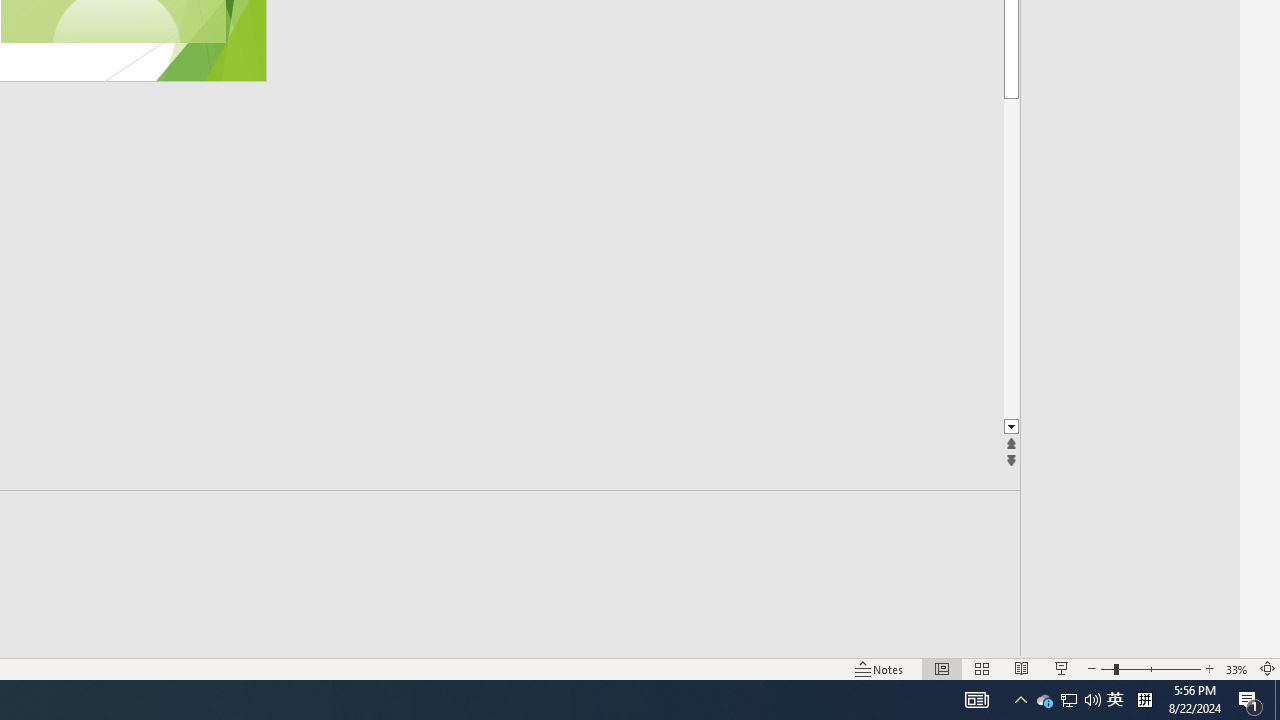 This screenshot has width=1280, height=720. What do you see at coordinates (1106, 669) in the screenshot?
I see `'Zoom Out'` at bounding box center [1106, 669].